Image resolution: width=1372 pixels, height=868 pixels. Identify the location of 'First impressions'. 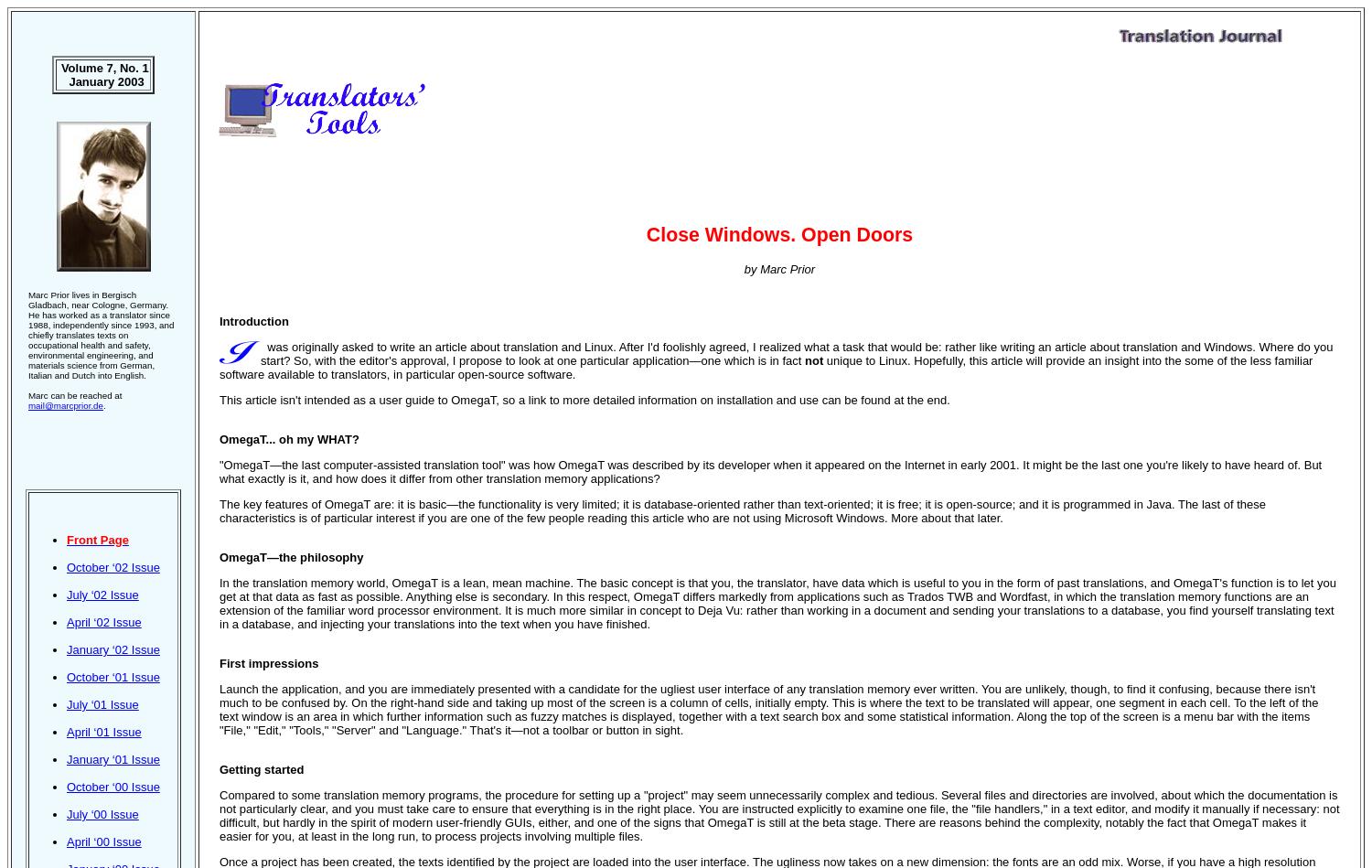
(219, 663).